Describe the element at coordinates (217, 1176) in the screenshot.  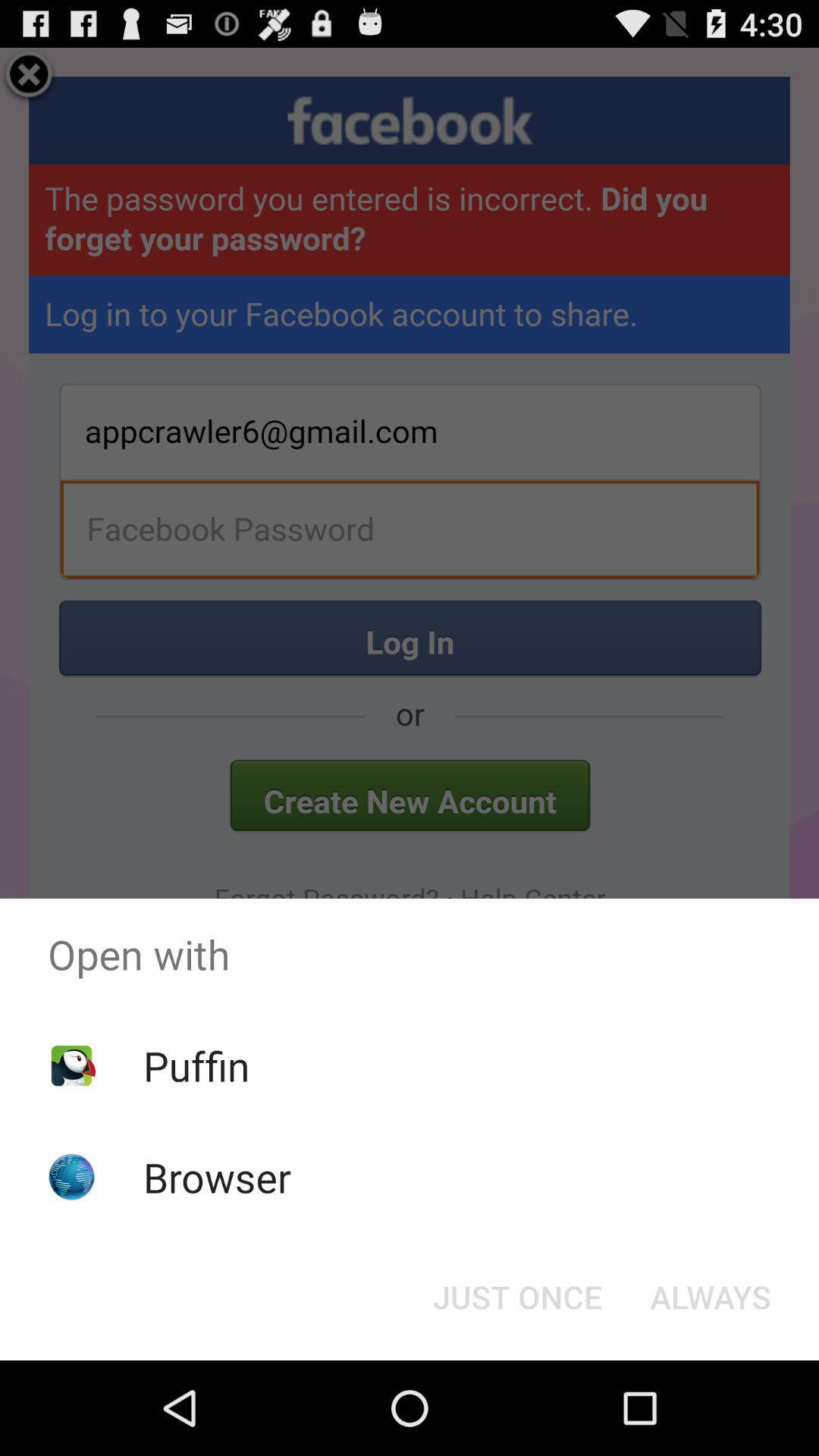
I see `the browser icon` at that location.